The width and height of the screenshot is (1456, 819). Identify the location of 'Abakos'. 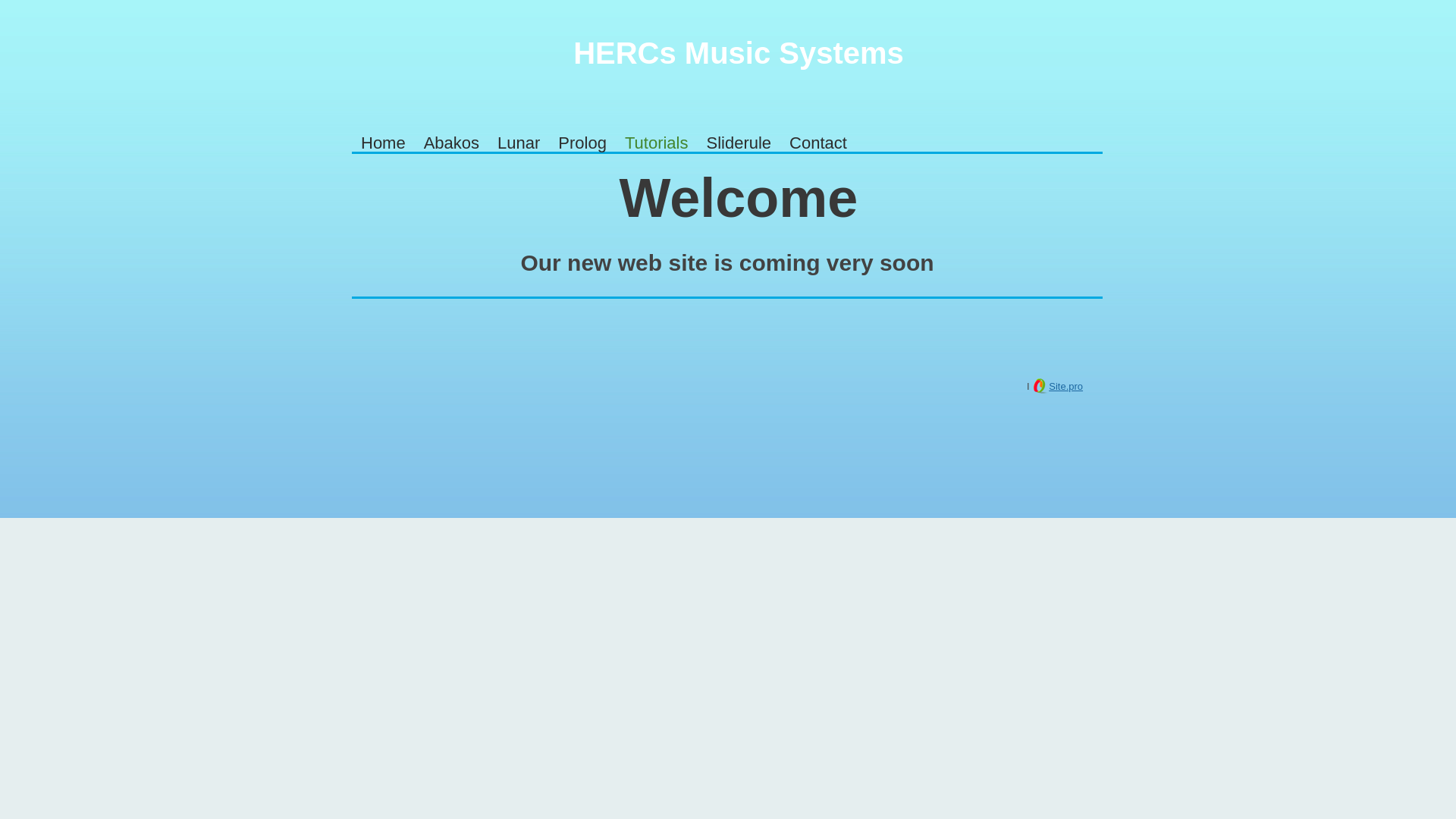
(422, 143).